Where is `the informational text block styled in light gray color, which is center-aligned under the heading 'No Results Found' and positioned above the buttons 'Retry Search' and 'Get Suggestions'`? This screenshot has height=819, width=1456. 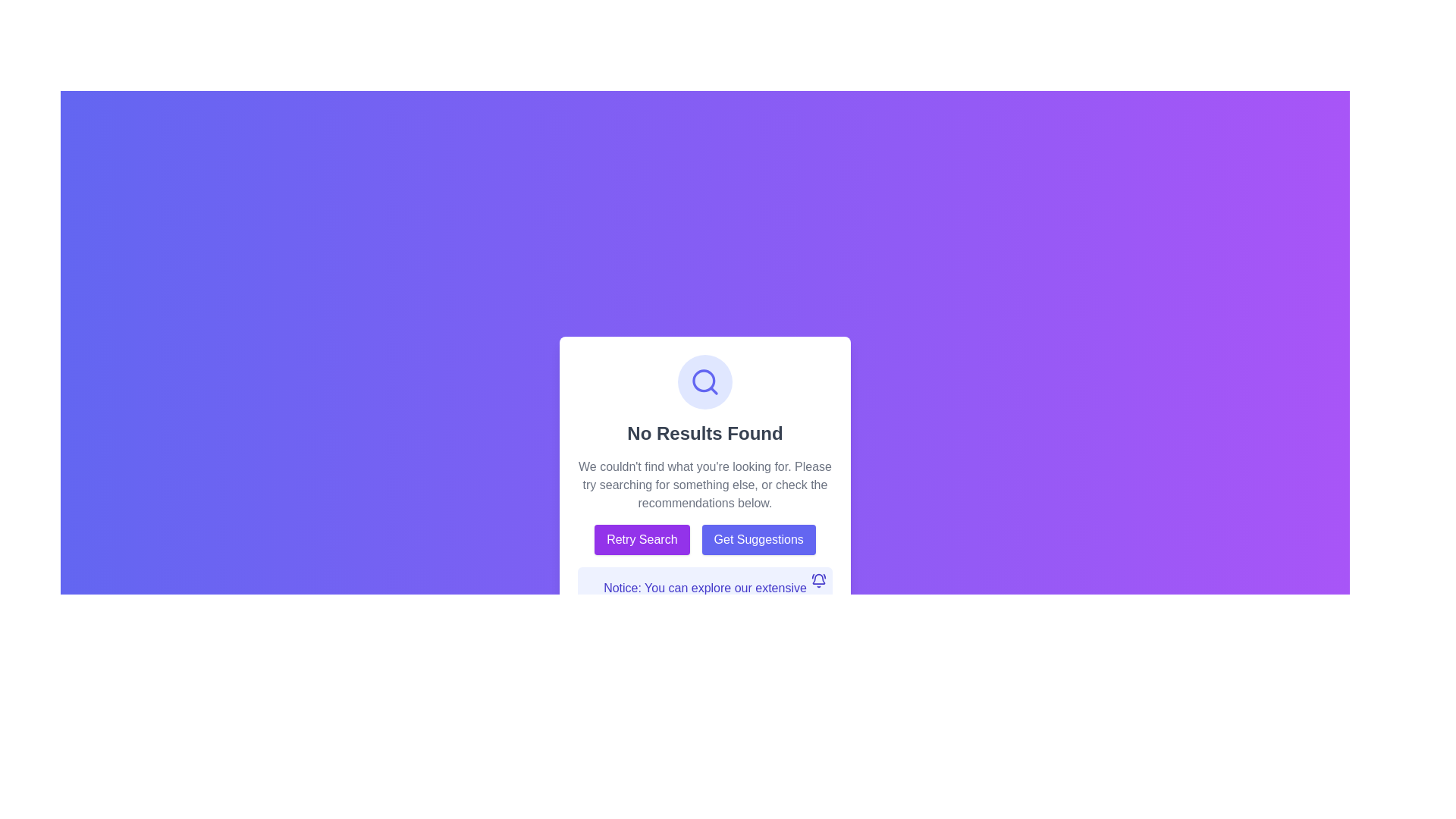 the informational text block styled in light gray color, which is center-aligned under the heading 'No Results Found' and positioned above the buttons 'Retry Search' and 'Get Suggestions' is located at coordinates (704, 485).